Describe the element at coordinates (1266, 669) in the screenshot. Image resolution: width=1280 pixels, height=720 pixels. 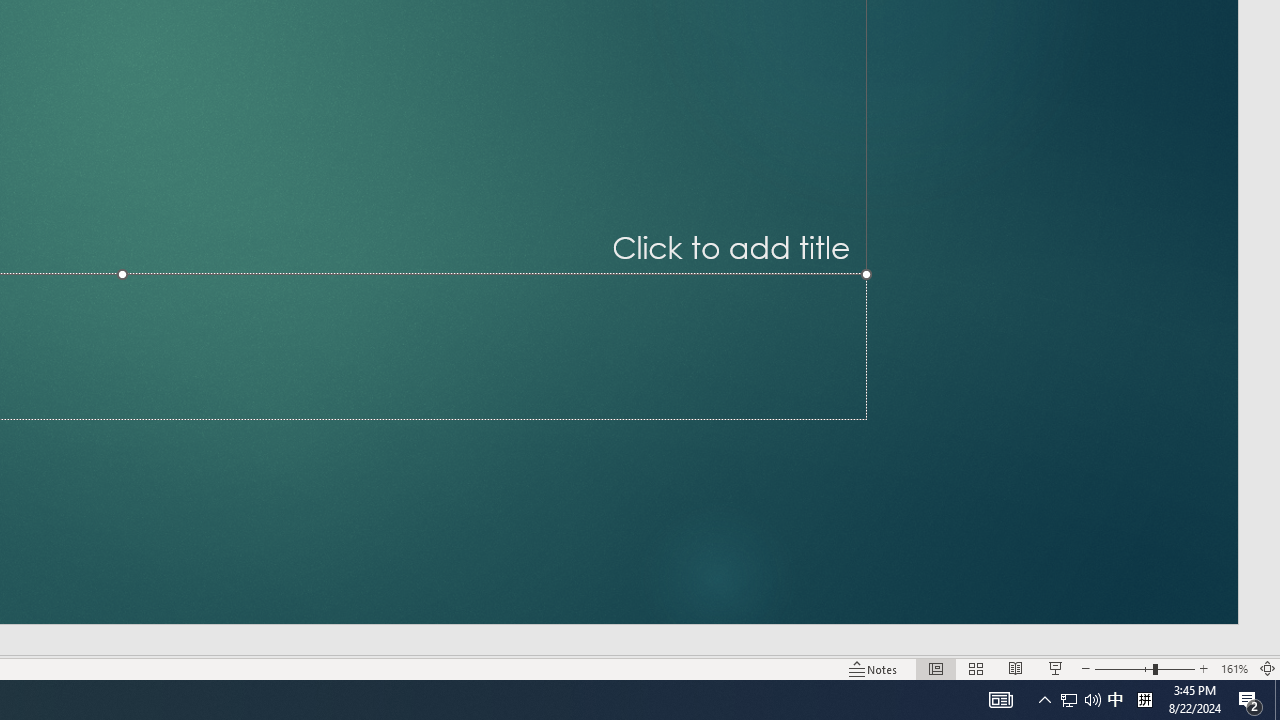
I see `'Zoom to Fit '` at that location.